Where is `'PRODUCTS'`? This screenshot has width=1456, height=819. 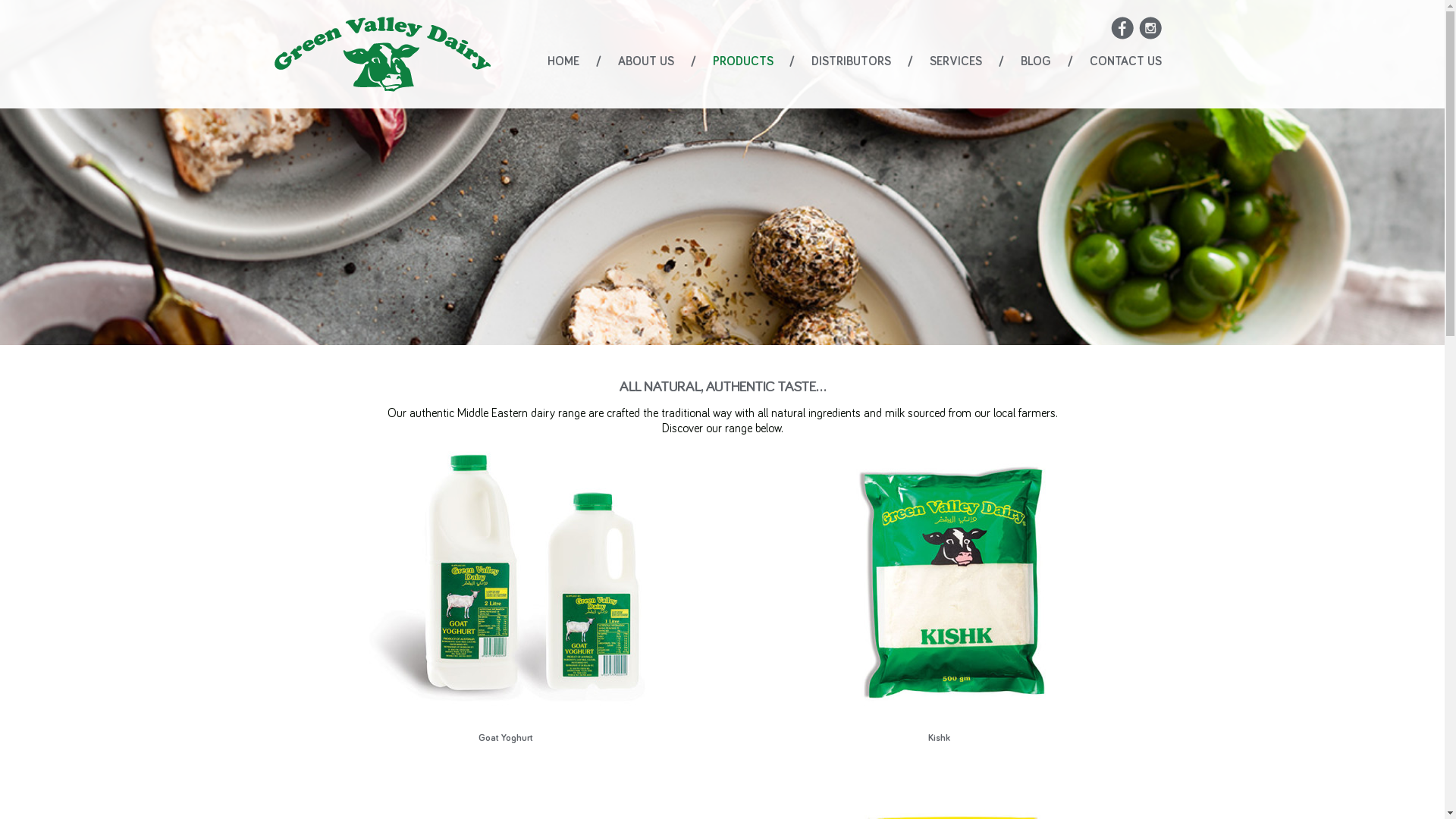 'PRODUCTS' is located at coordinates (742, 61).